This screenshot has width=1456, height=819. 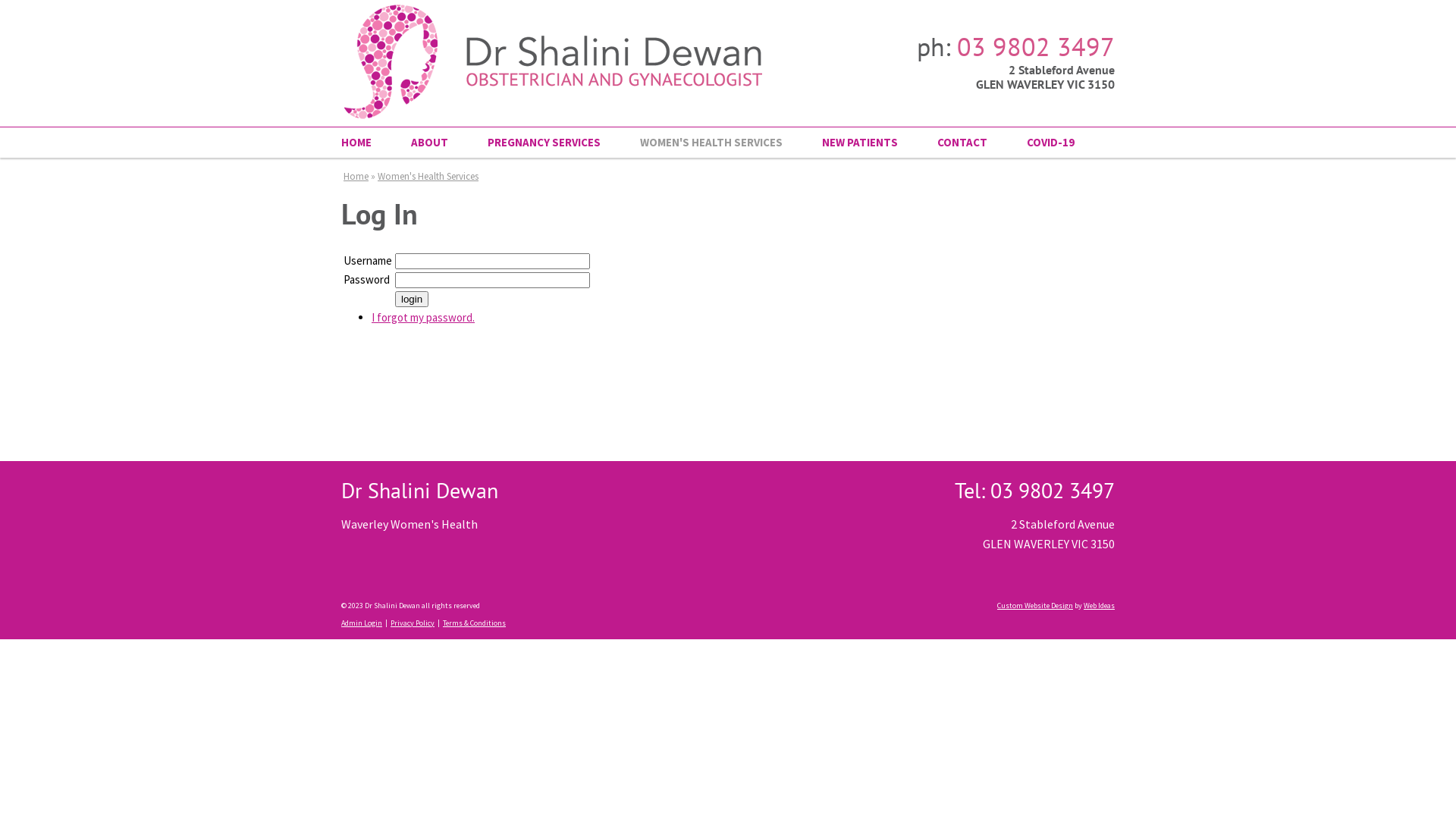 I want to click on 'I forgot my password.', so click(x=371, y=316).